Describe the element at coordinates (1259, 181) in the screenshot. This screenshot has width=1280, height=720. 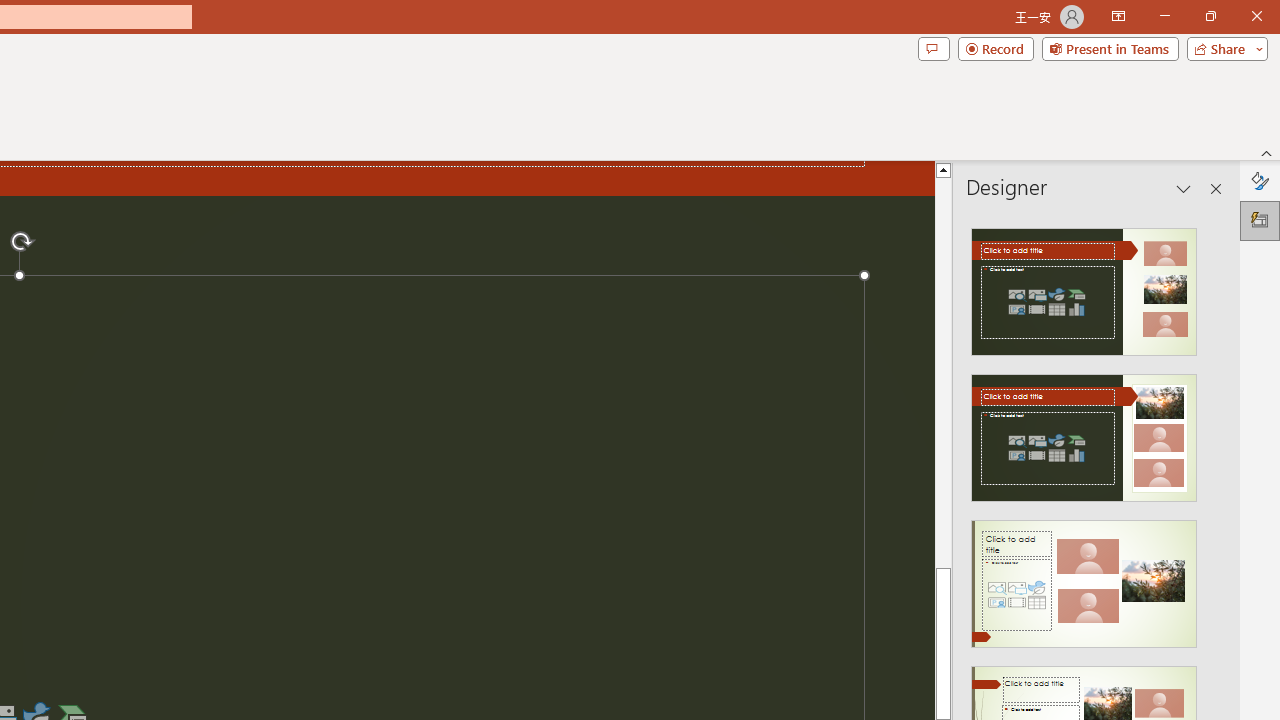
I see `'Format Background'` at that location.